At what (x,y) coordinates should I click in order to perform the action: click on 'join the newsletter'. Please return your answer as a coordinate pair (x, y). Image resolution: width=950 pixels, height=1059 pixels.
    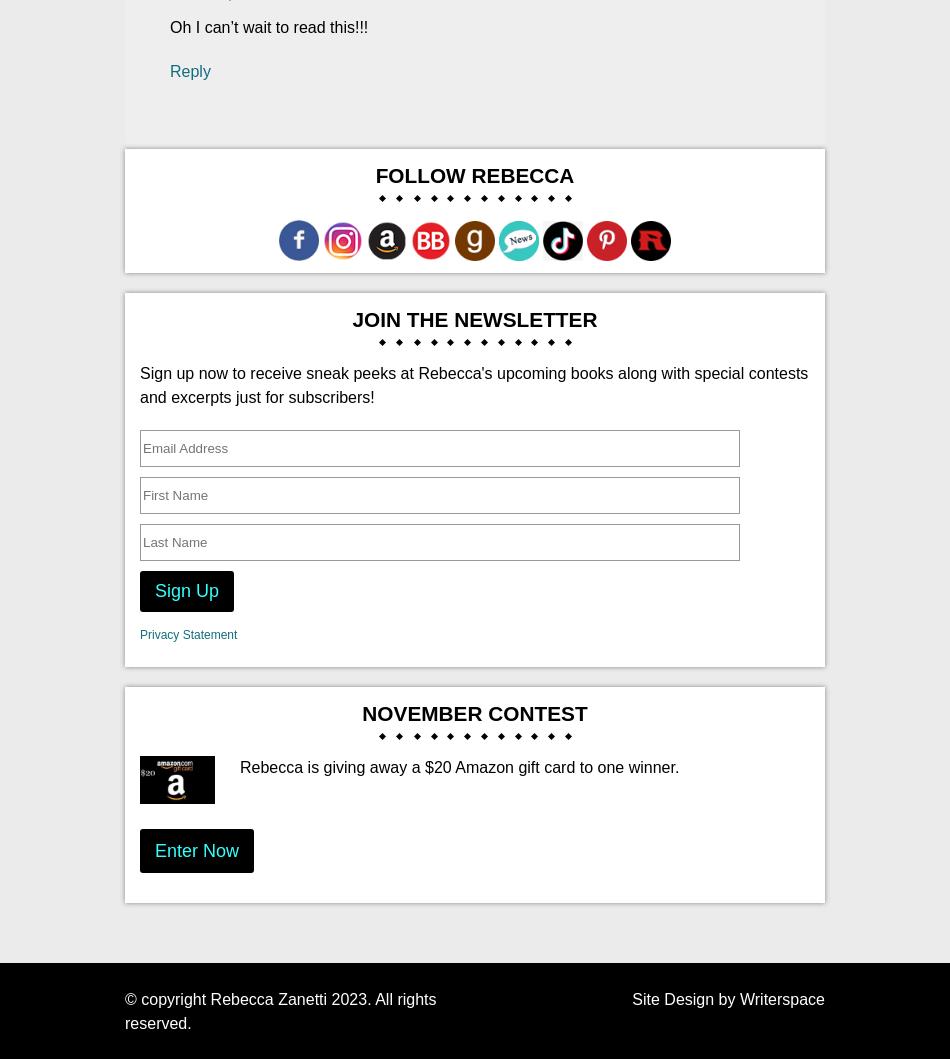
    Looking at the image, I should click on (473, 318).